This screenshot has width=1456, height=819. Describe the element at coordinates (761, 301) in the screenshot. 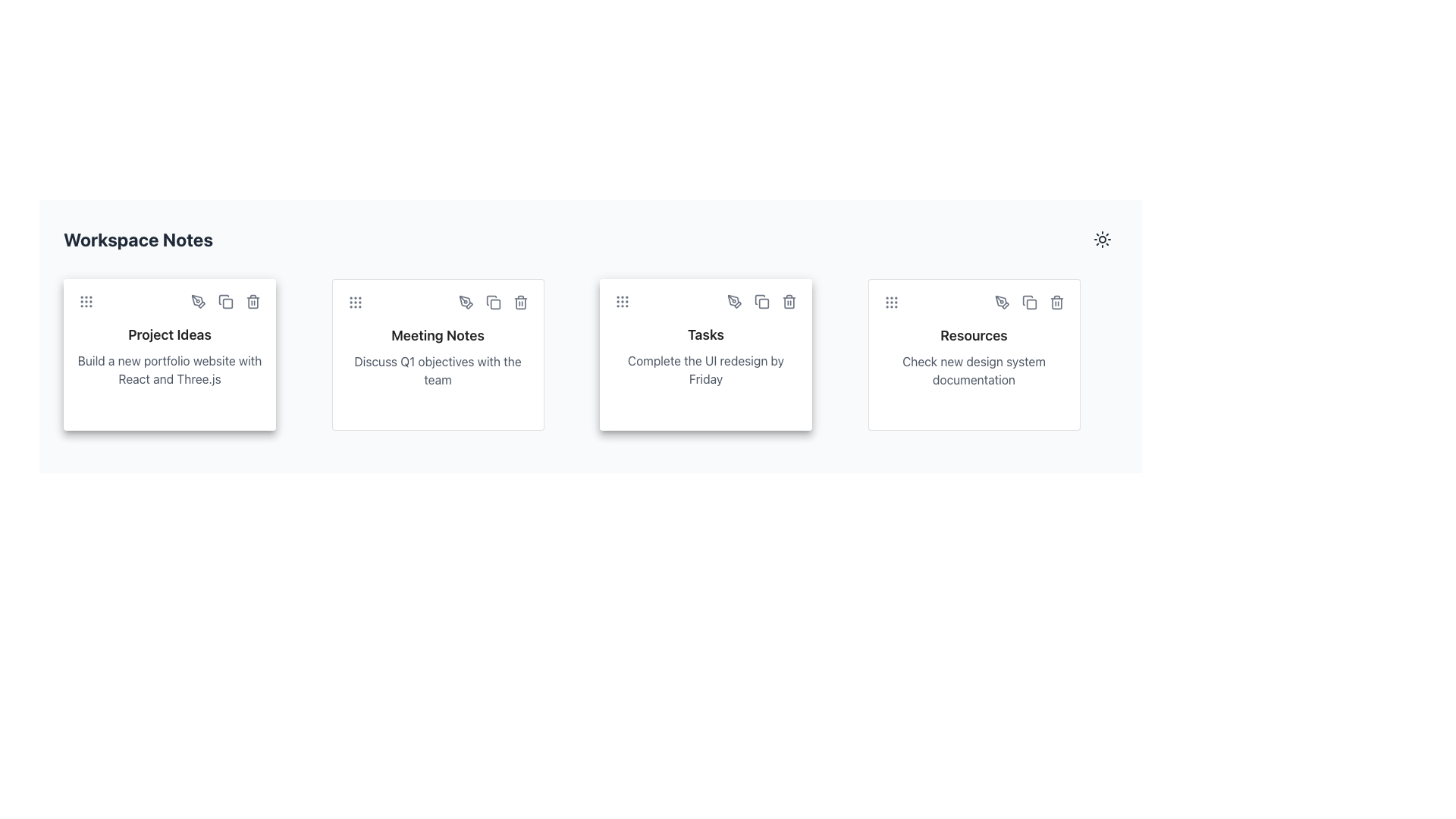

I see `the copy action icon, which is represented by two overlapping squares, located in the control strip of the 'Tasks' card` at that location.